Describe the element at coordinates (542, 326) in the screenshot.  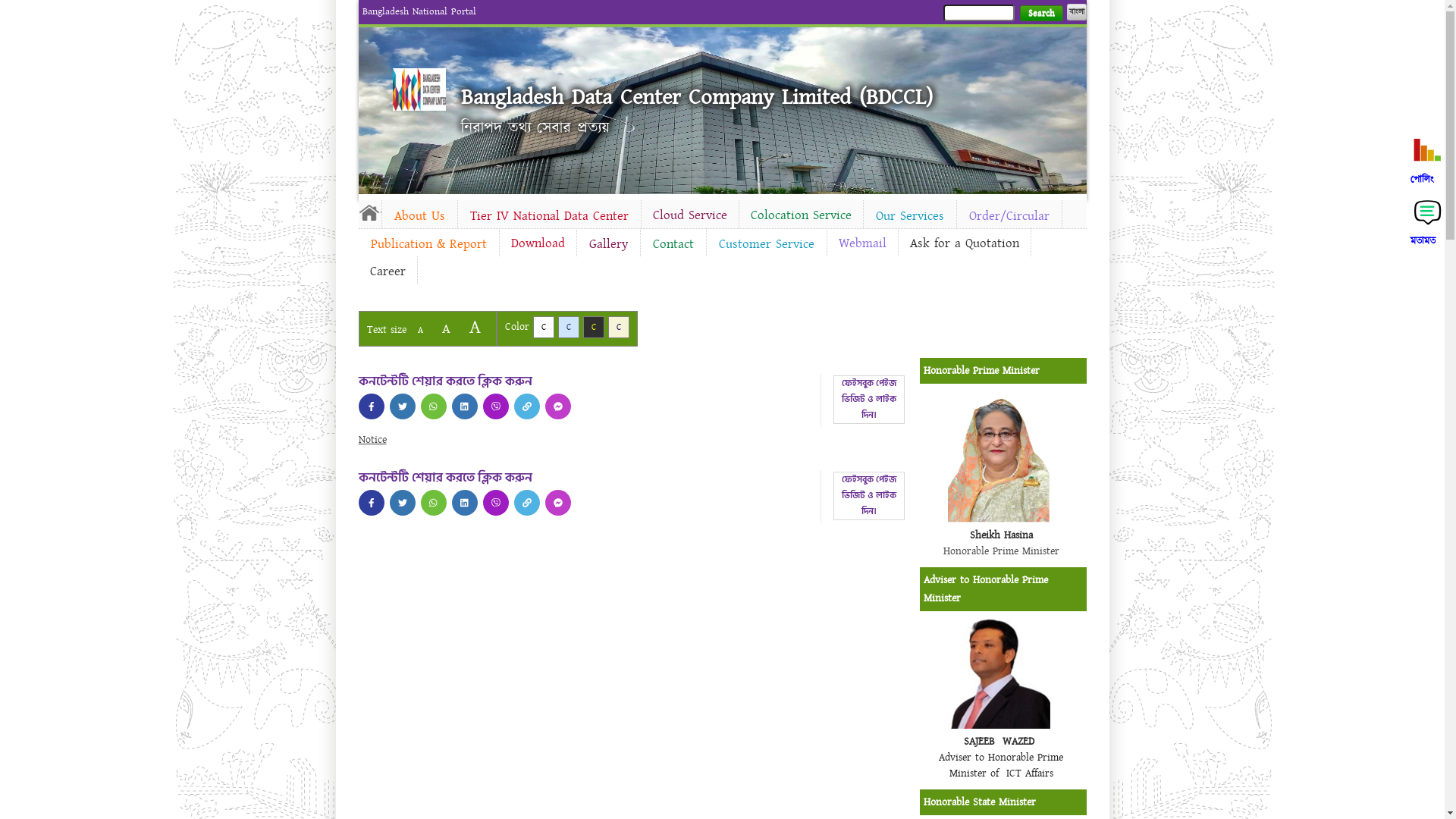
I see `'C'` at that location.